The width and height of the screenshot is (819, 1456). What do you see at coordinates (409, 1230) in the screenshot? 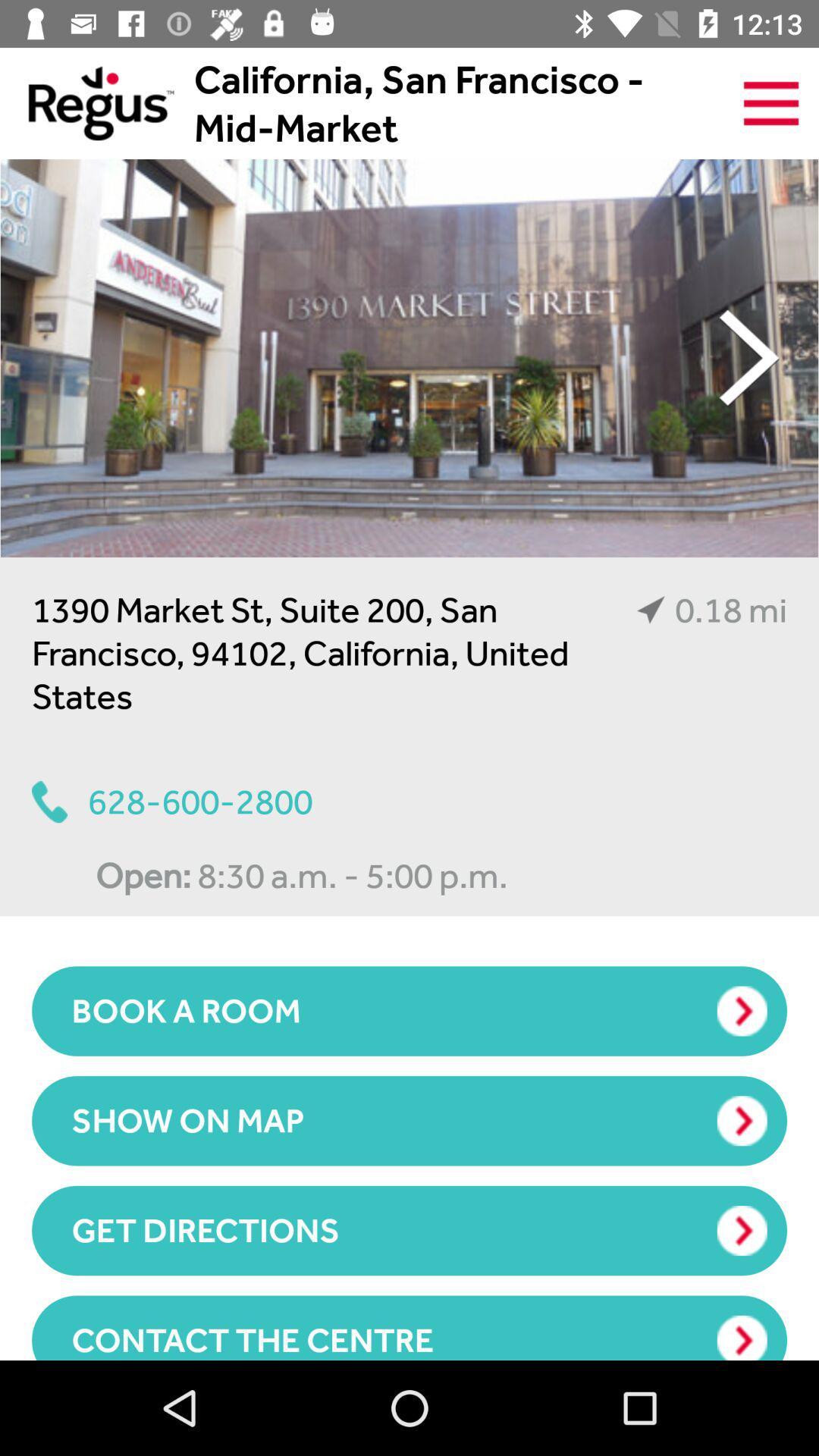
I see `get directions item` at bounding box center [409, 1230].